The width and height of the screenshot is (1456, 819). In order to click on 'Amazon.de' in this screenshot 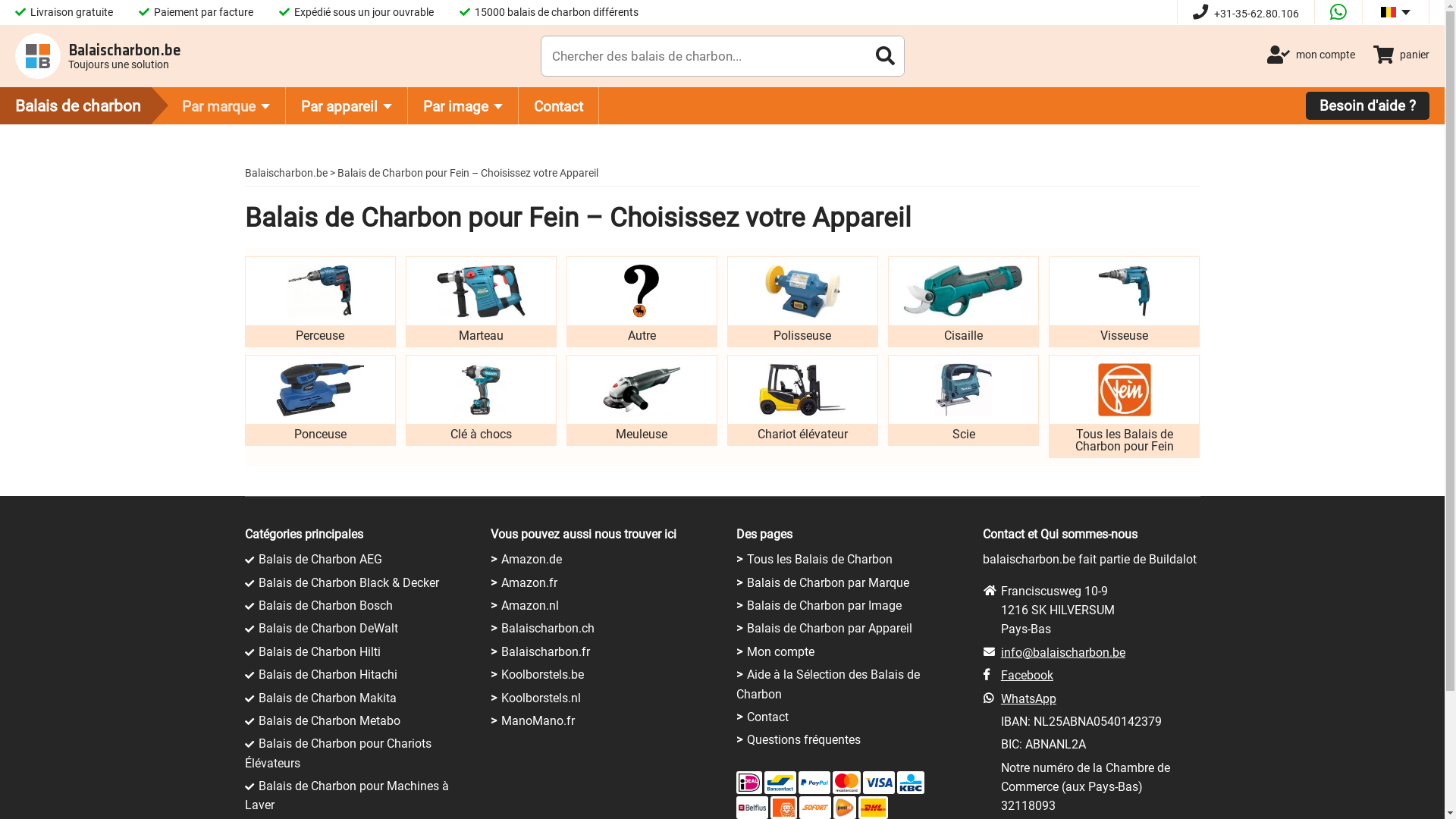, I will do `click(531, 559)`.